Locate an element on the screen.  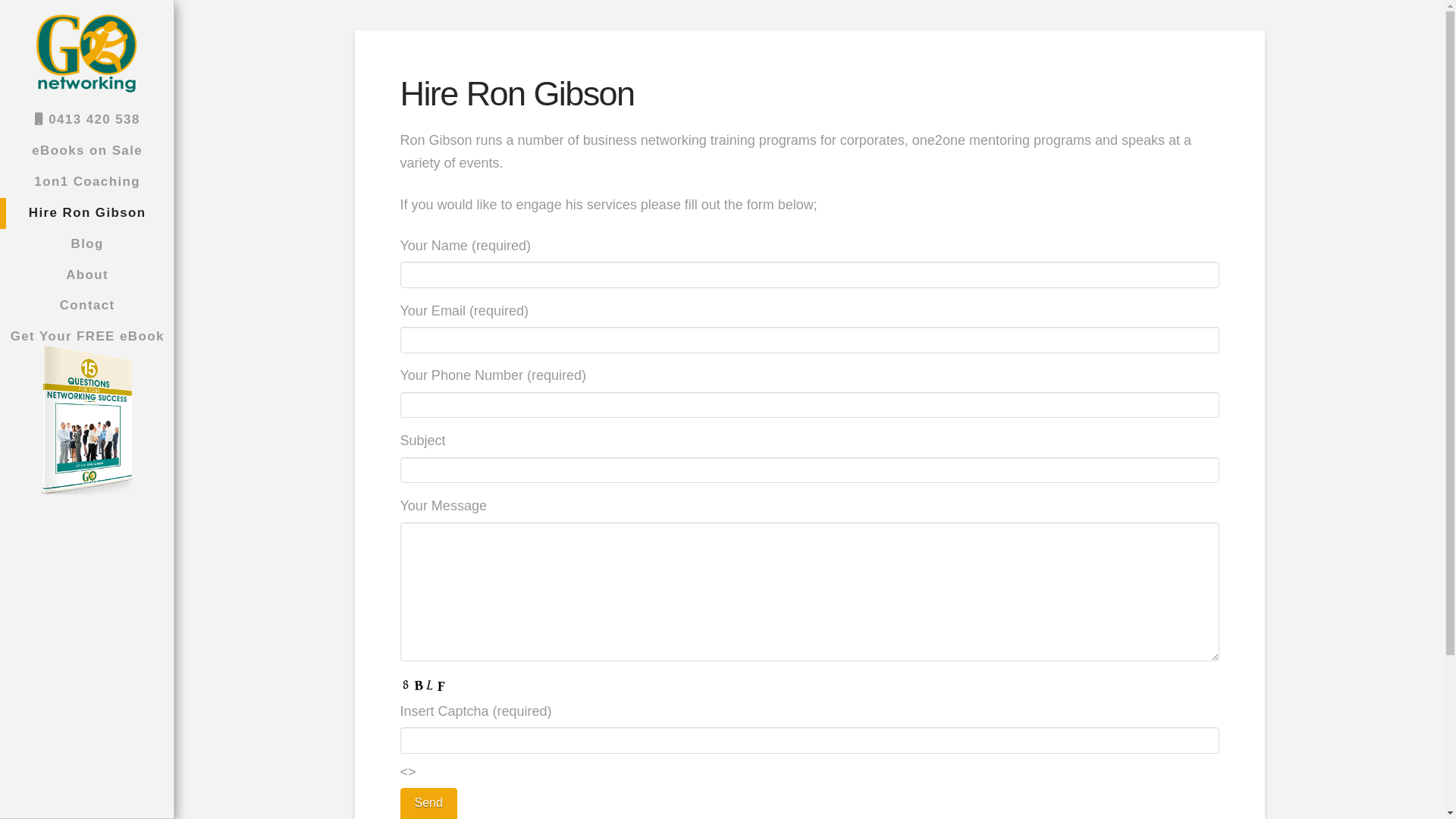
'Get Your FREE eBook' is located at coordinates (86, 421).